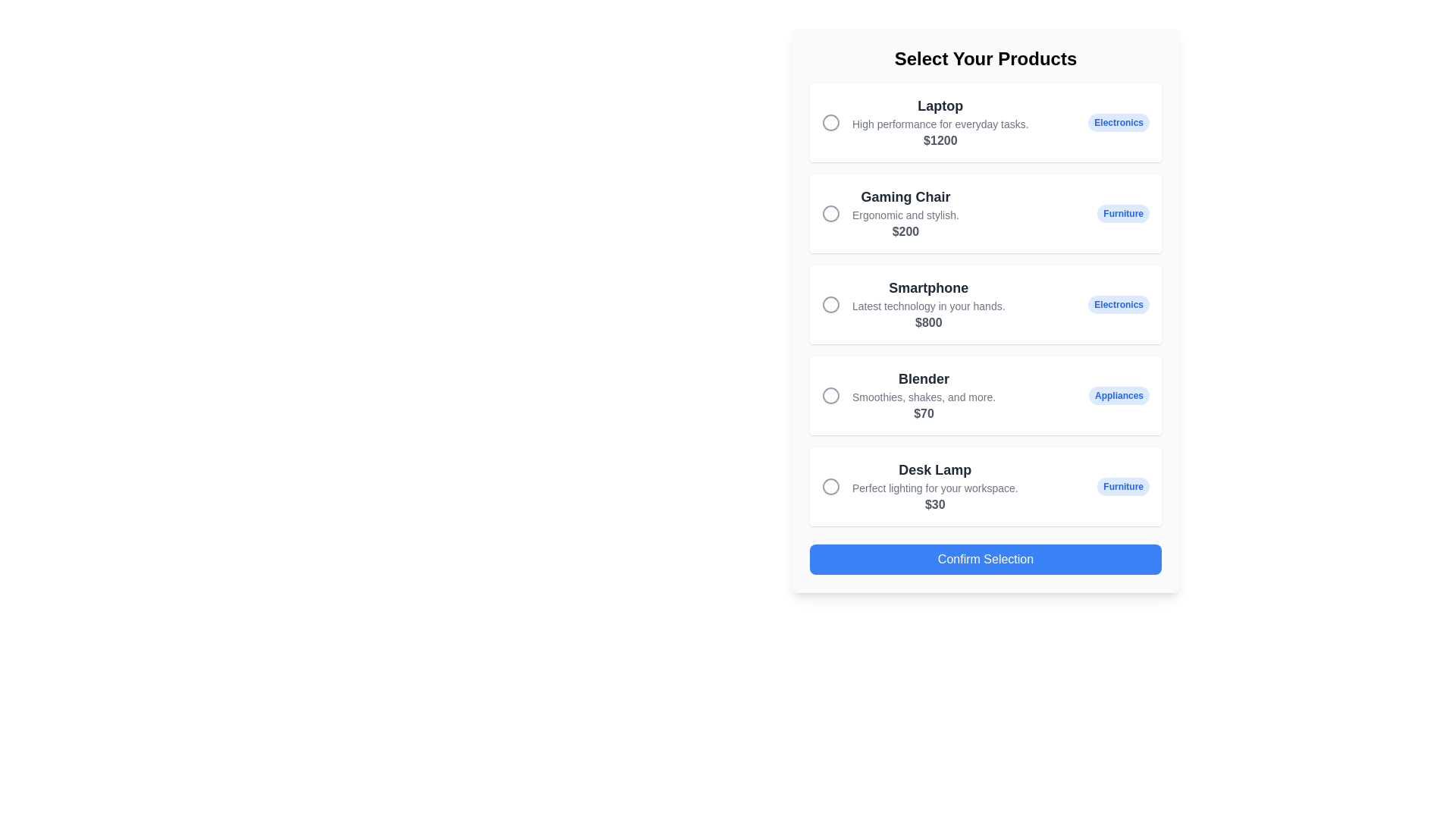 The image size is (1456, 819). Describe the element at coordinates (927, 306) in the screenshot. I see `the static text element that reads 'Latest technology in your hands', which is styled in a smaller, gray-colored font and positioned below the title 'Smartphone' and above the price '$800'` at that location.